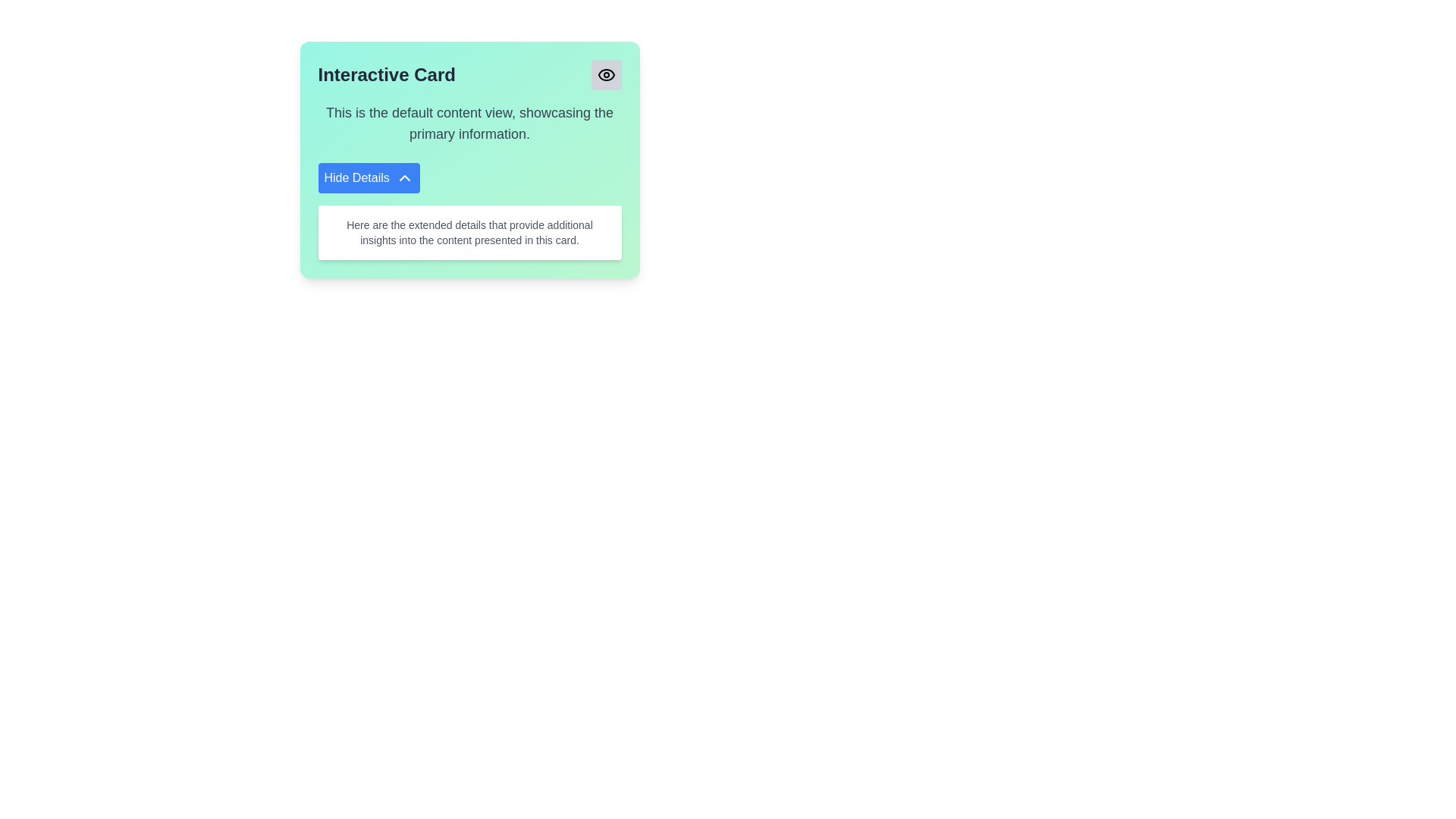 Image resolution: width=1456 pixels, height=819 pixels. What do you see at coordinates (356, 177) in the screenshot?
I see `text 'Hide Details' embedded in the button that is positioned below the header 'Interactive Card' and to the left of a chevron icon` at bounding box center [356, 177].